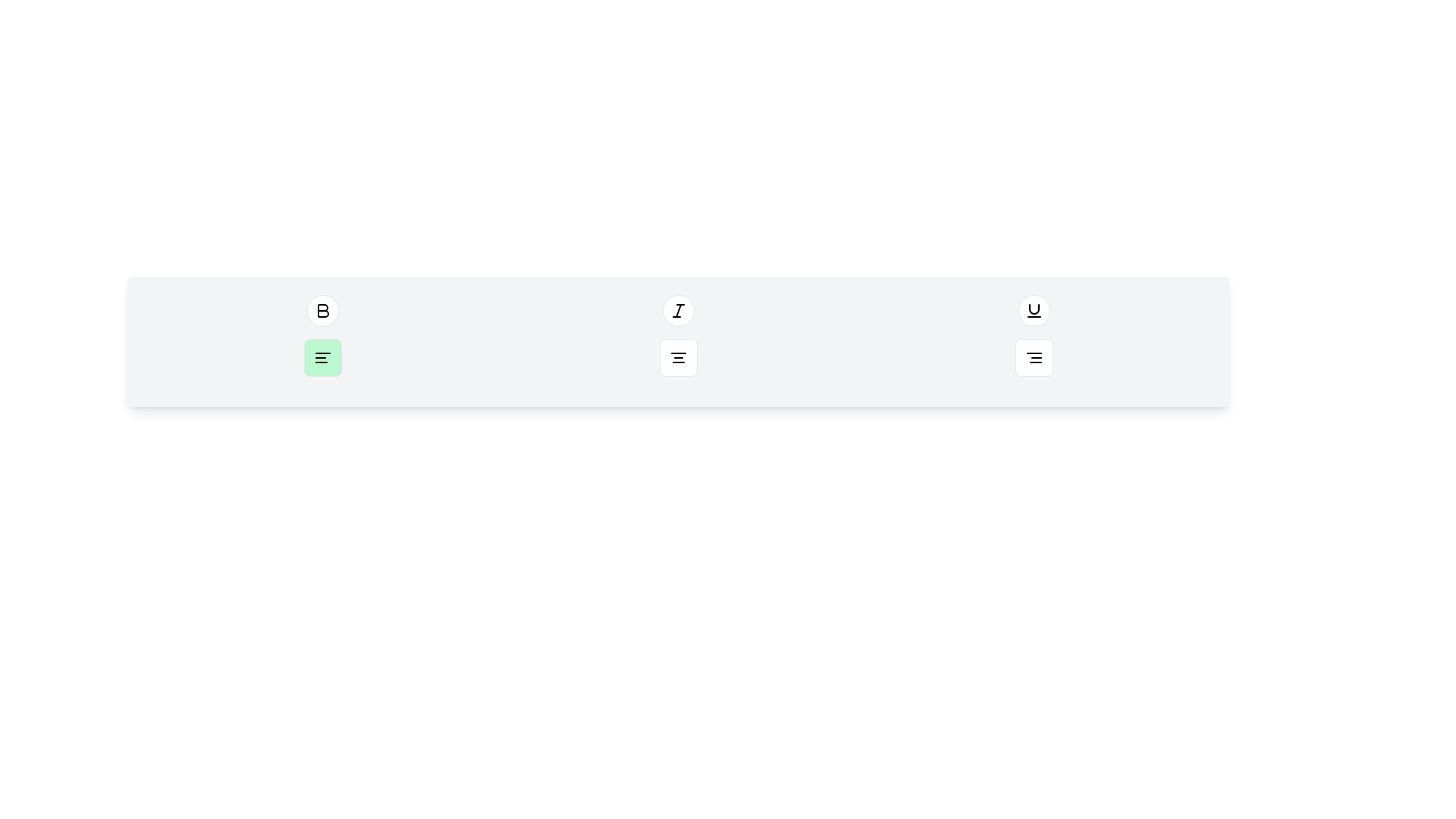 Image resolution: width=1456 pixels, height=819 pixels. Describe the element at coordinates (1033, 357) in the screenshot. I see `keyboard navigation` at that location.